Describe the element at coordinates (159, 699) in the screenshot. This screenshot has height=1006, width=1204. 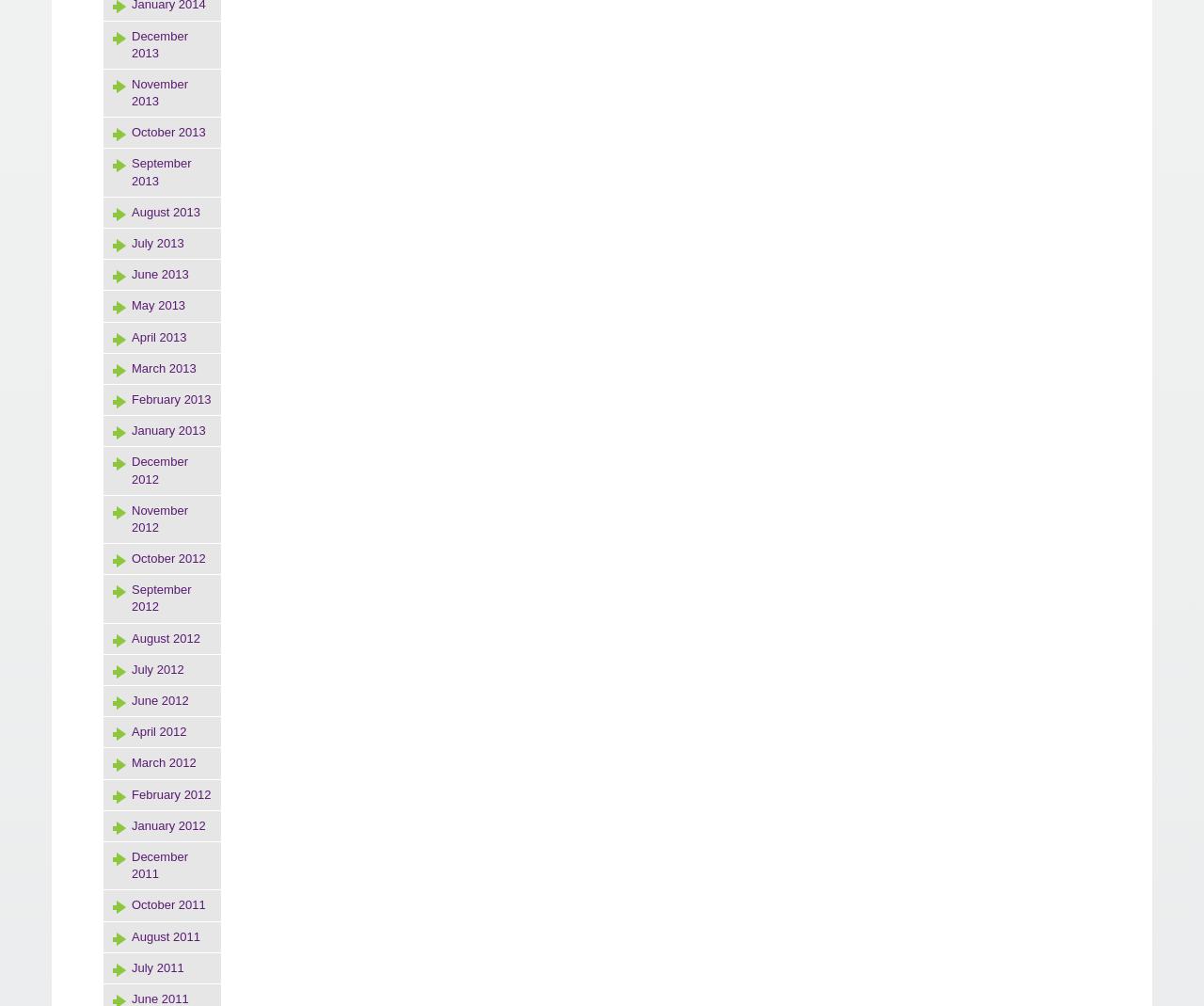
I see `'June 2012'` at that location.